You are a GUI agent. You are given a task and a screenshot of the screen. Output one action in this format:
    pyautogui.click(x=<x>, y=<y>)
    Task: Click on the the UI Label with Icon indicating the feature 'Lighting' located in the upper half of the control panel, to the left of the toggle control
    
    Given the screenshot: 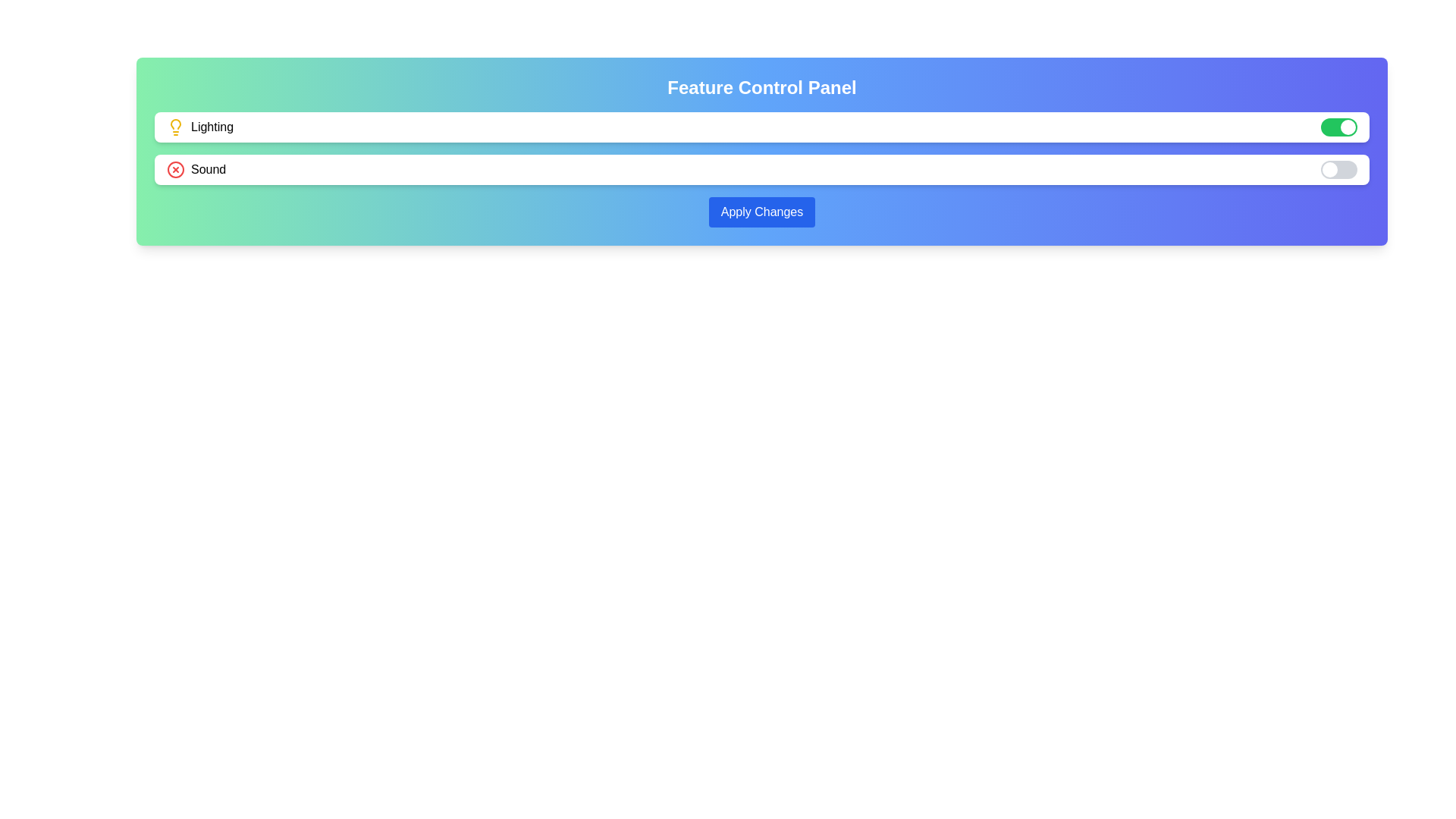 What is the action you would take?
    pyautogui.click(x=199, y=127)
    